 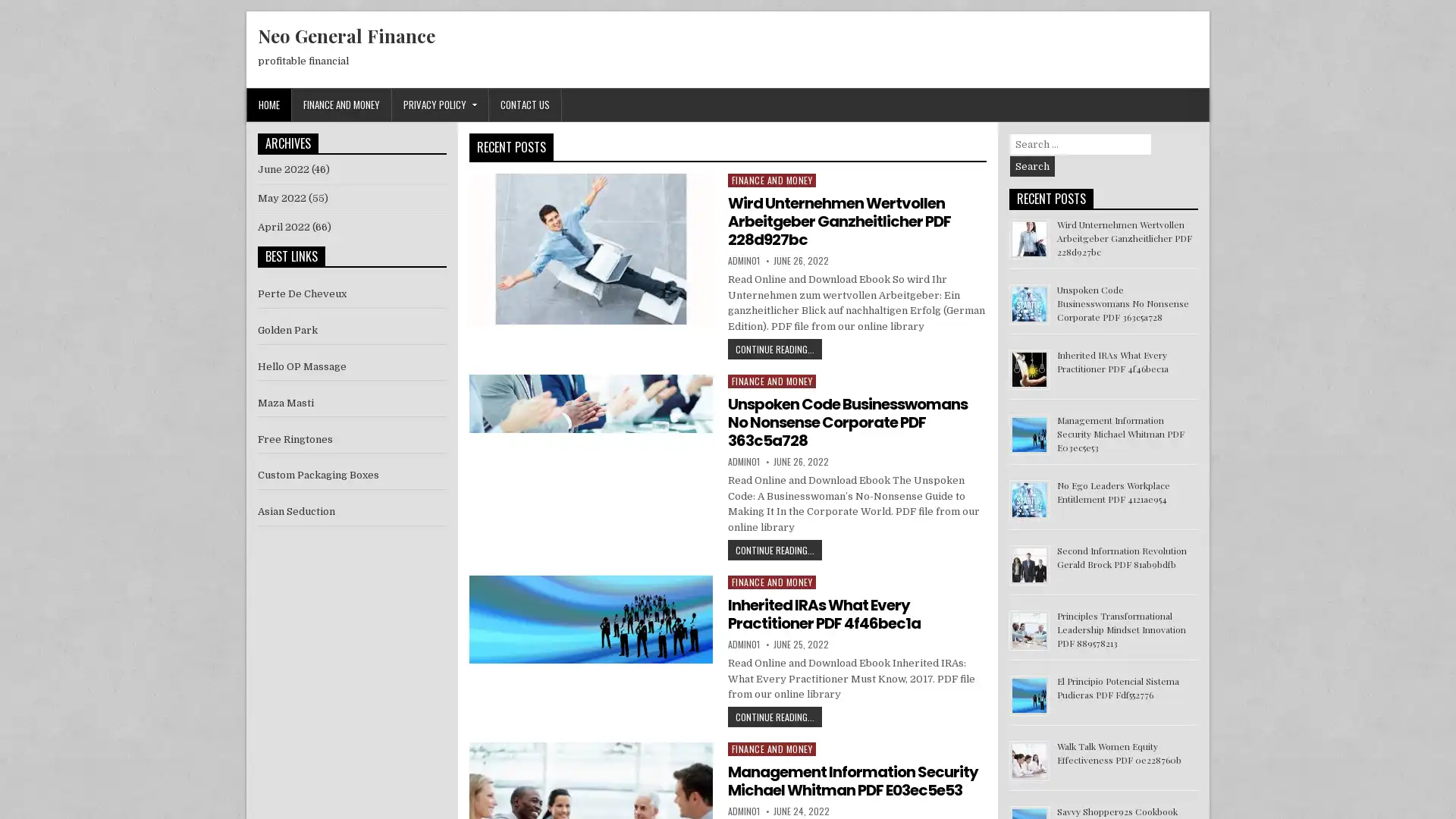 I want to click on Search, so click(x=1031, y=166).